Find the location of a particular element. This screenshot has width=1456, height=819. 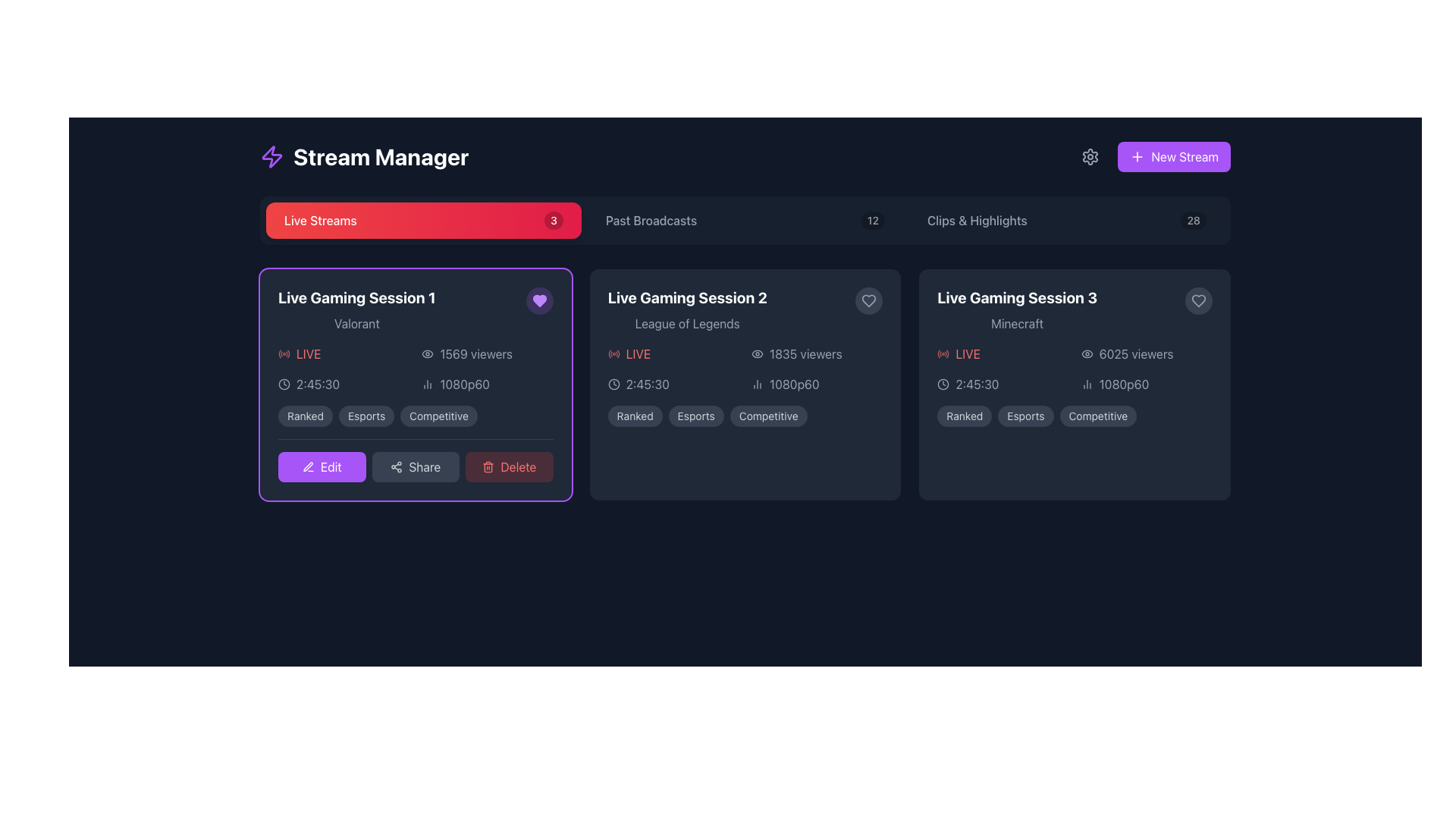

the heart-shaped icon indicating 'like' or 'favorite' for 'Live Gaming Session 2' is located at coordinates (539, 301).